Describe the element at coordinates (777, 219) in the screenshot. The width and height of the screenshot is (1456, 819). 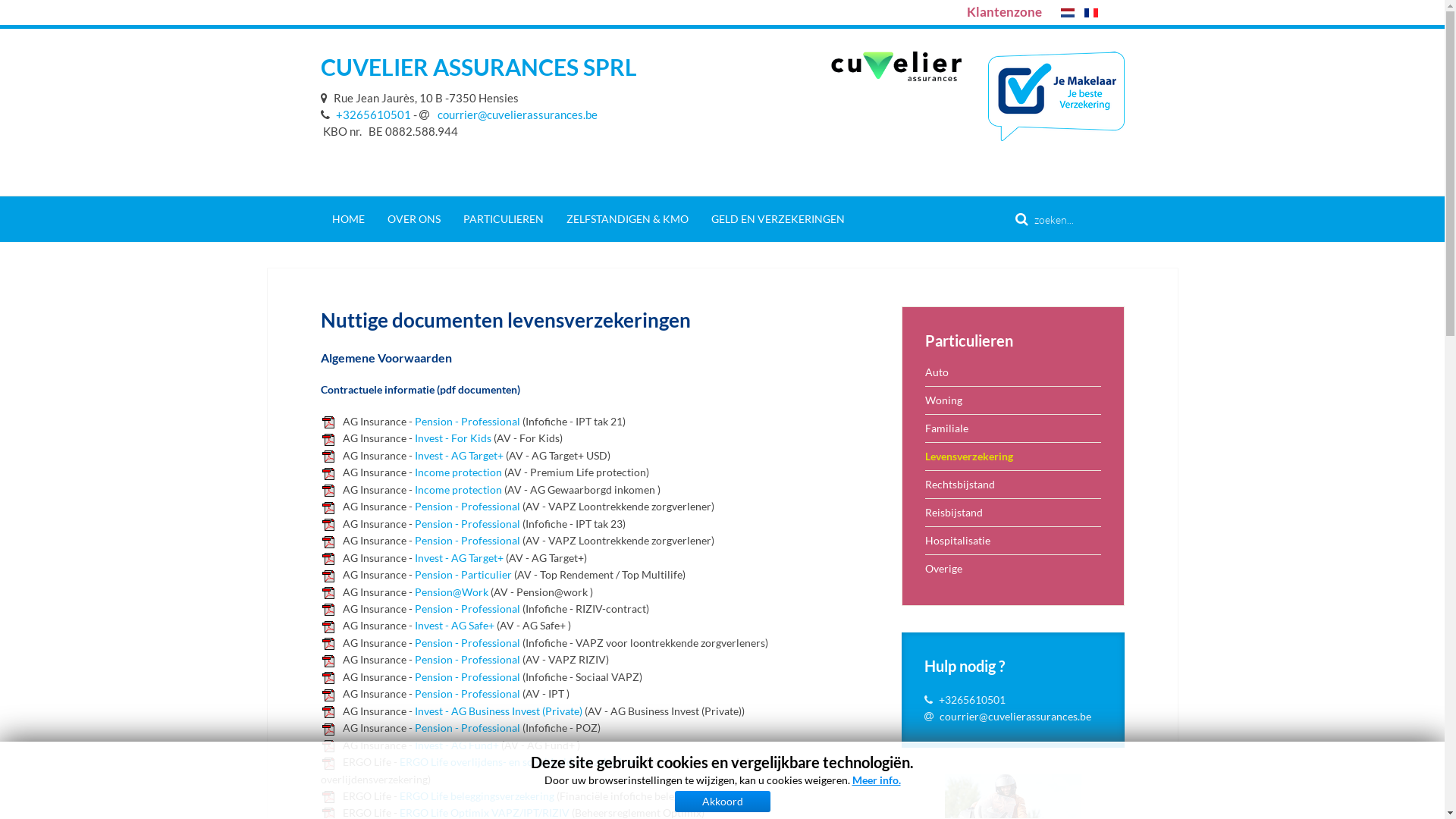
I see `'GELD EN VERZEKERINGEN'` at that location.